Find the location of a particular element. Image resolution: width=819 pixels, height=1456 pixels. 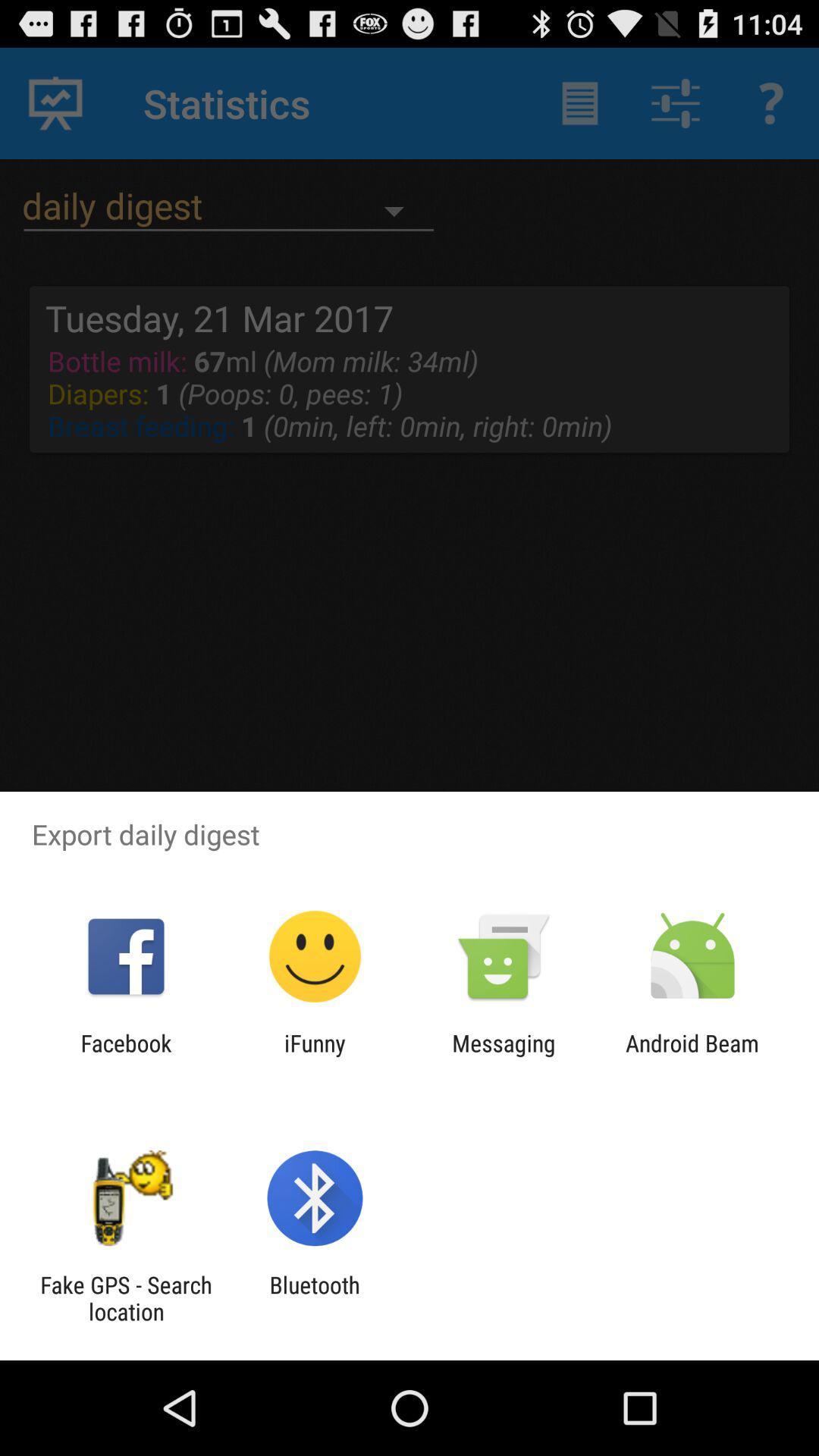

app to the left of the bluetooth app is located at coordinates (125, 1298).